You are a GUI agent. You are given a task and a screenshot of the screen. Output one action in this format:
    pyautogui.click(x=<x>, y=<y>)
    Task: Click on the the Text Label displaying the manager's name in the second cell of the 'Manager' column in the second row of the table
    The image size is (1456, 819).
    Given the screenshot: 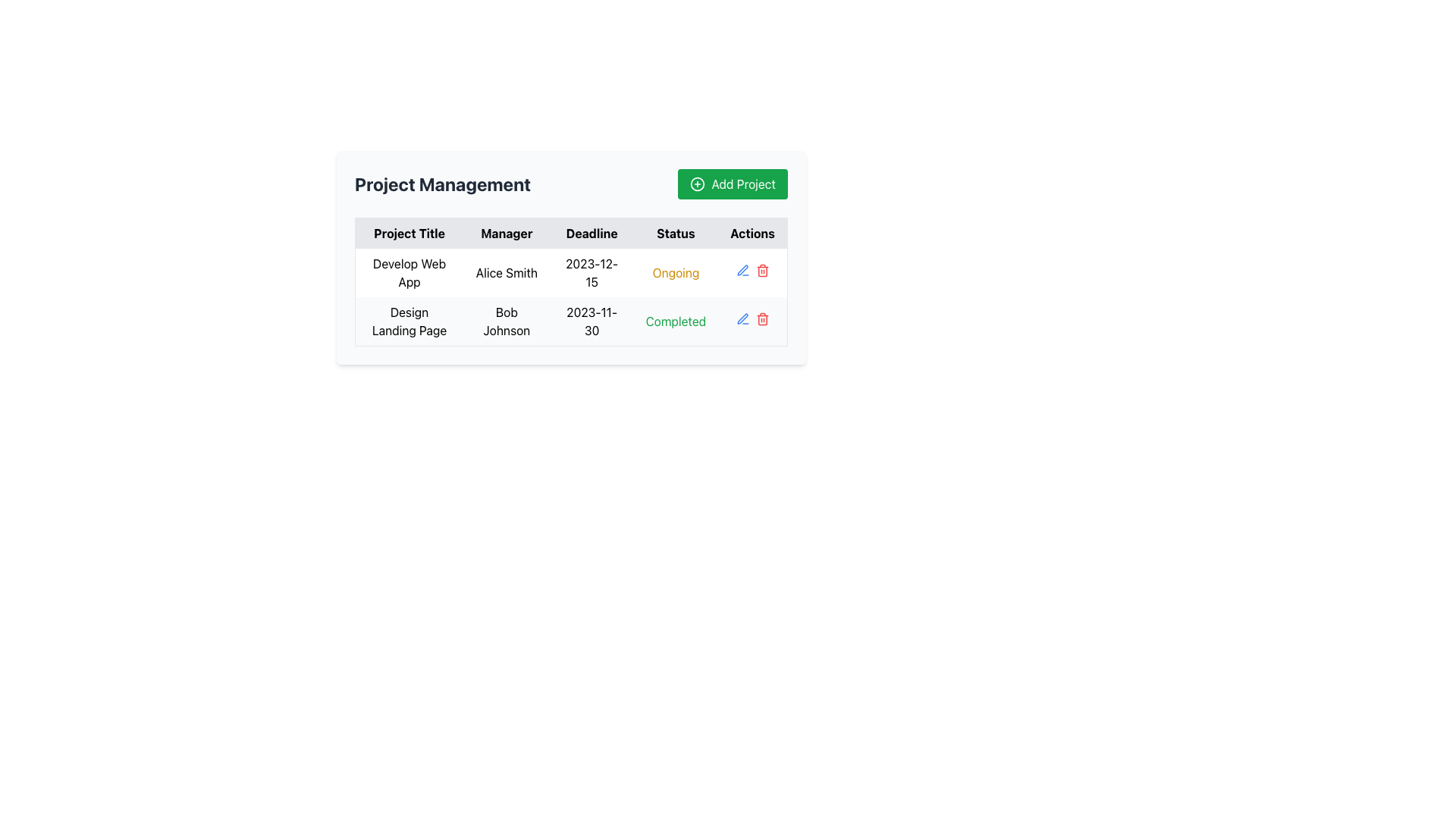 What is the action you would take?
    pyautogui.click(x=507, y=321)
    